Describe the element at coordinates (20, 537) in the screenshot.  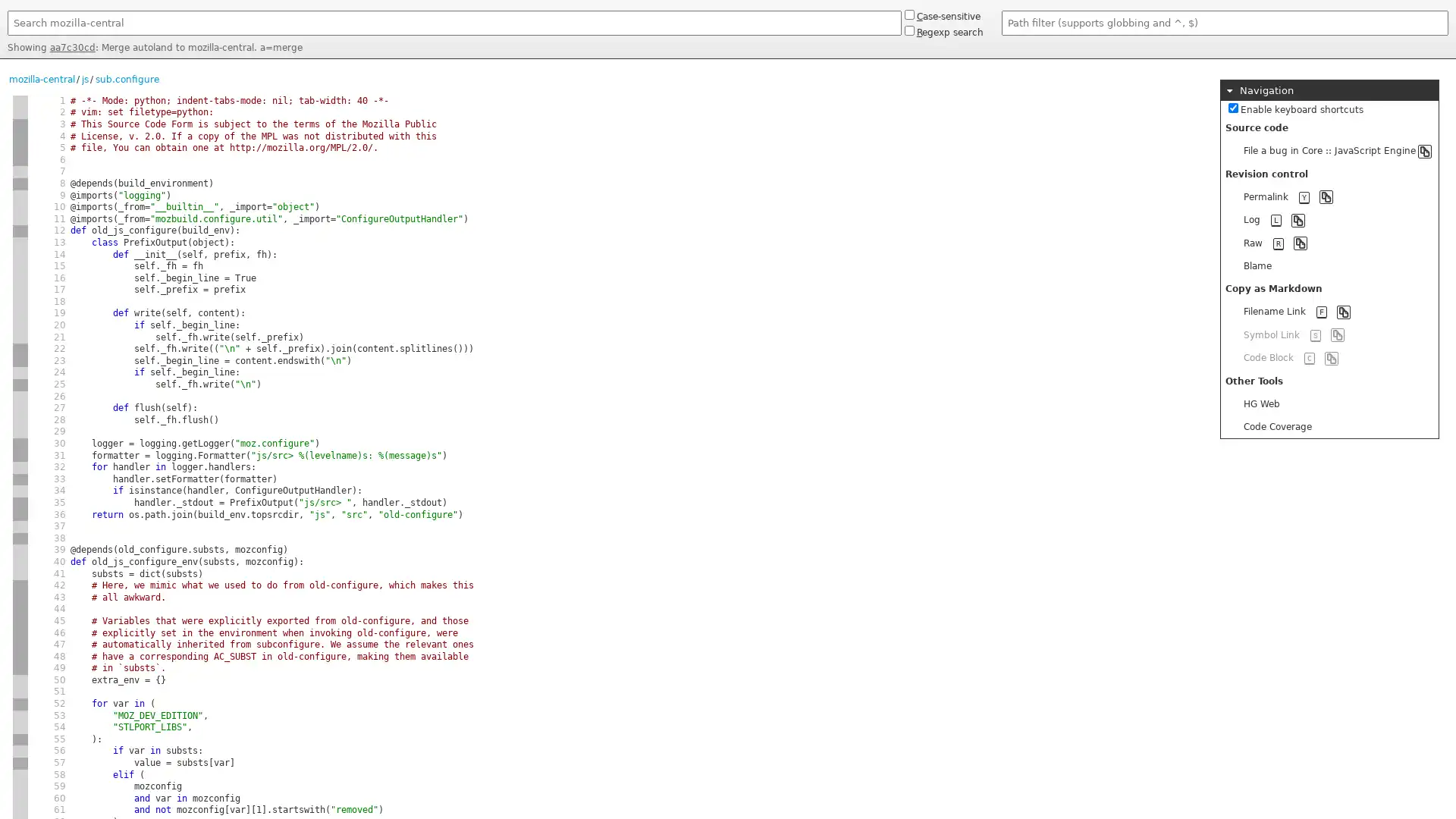
I see `new hash 2` at that location.